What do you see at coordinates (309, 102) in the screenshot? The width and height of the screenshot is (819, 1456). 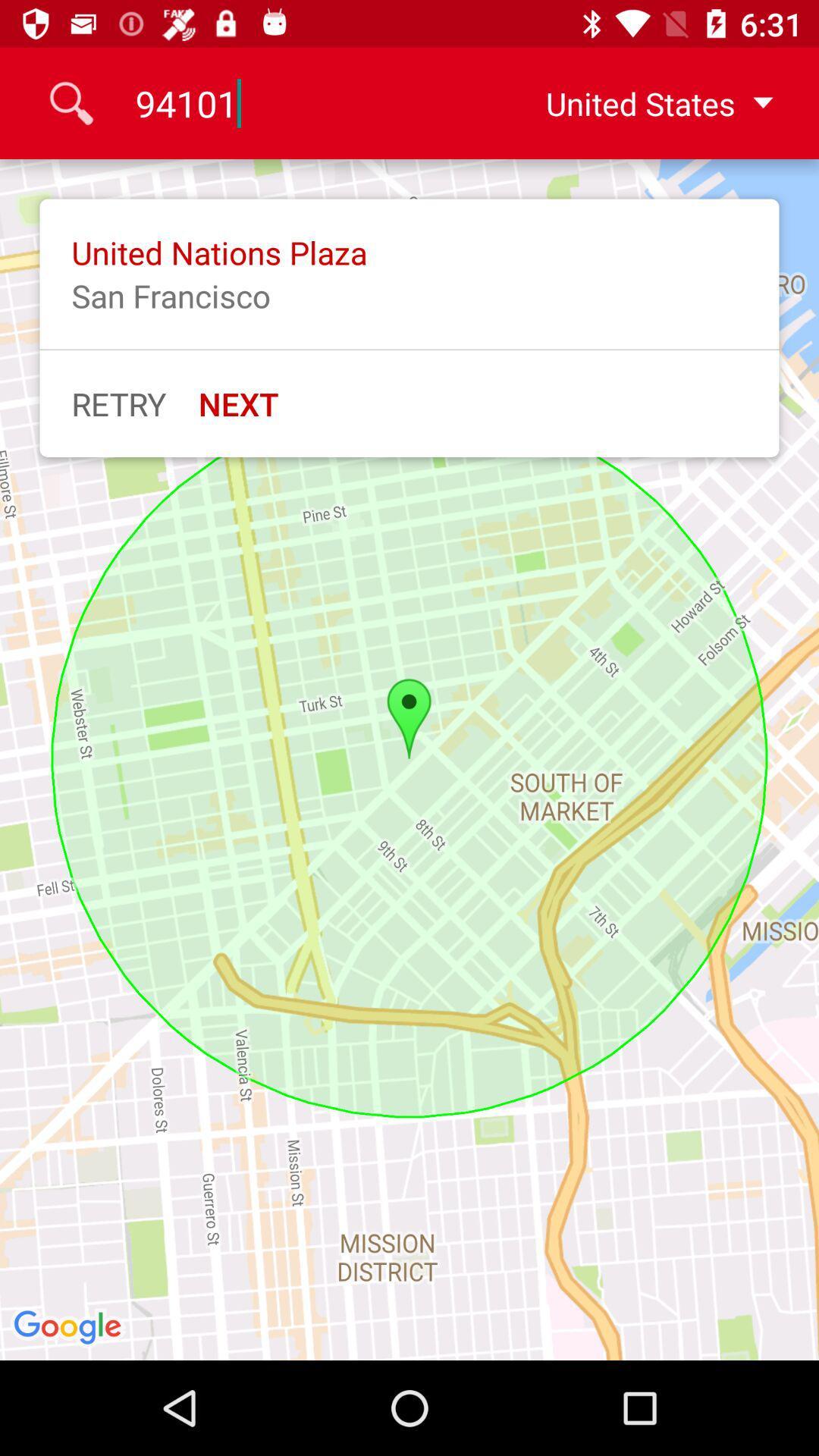 I see `the 94101` at bounding box center [309, 102].